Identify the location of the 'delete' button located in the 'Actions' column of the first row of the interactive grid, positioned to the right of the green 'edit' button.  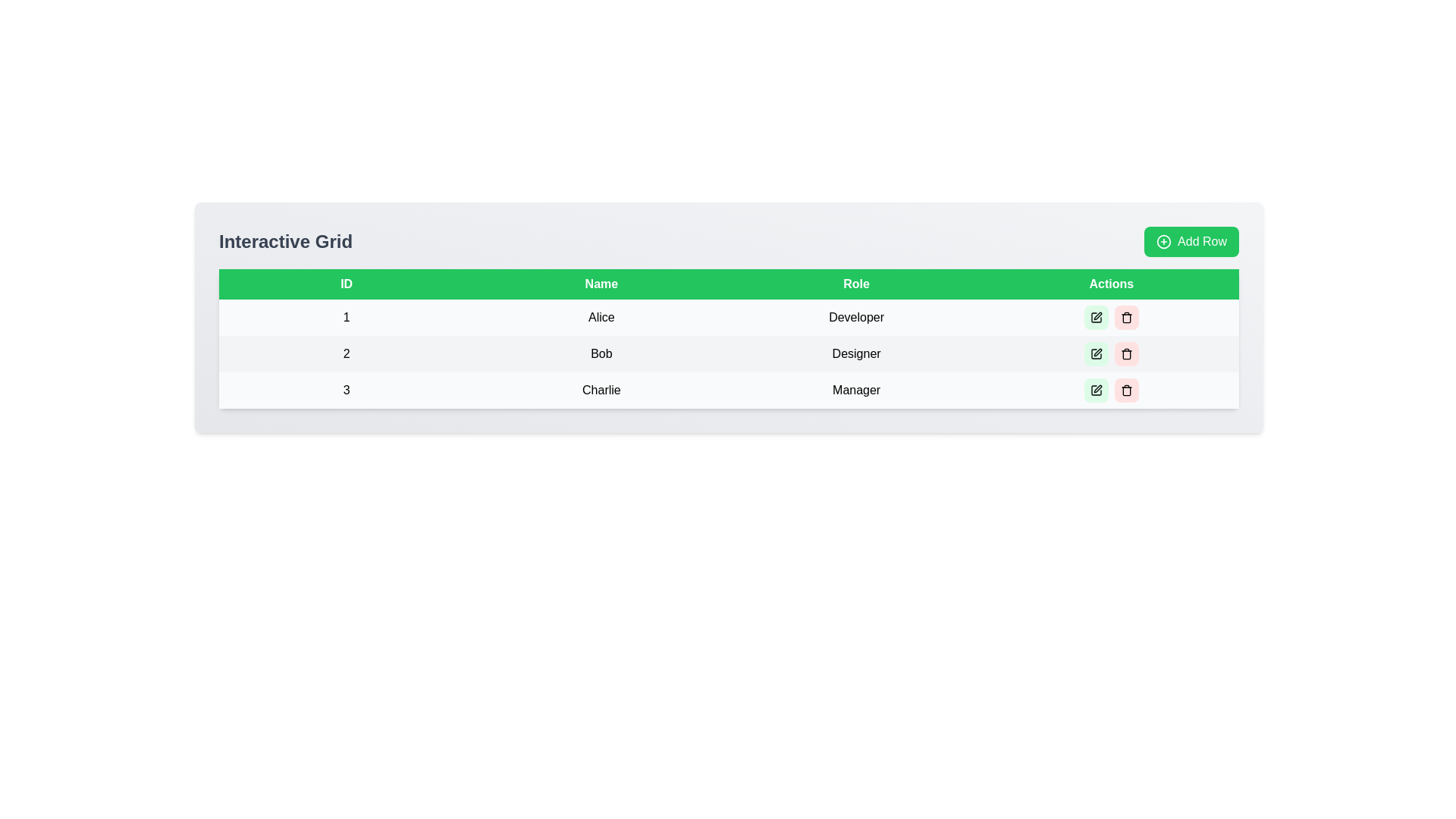
(1126, 317).